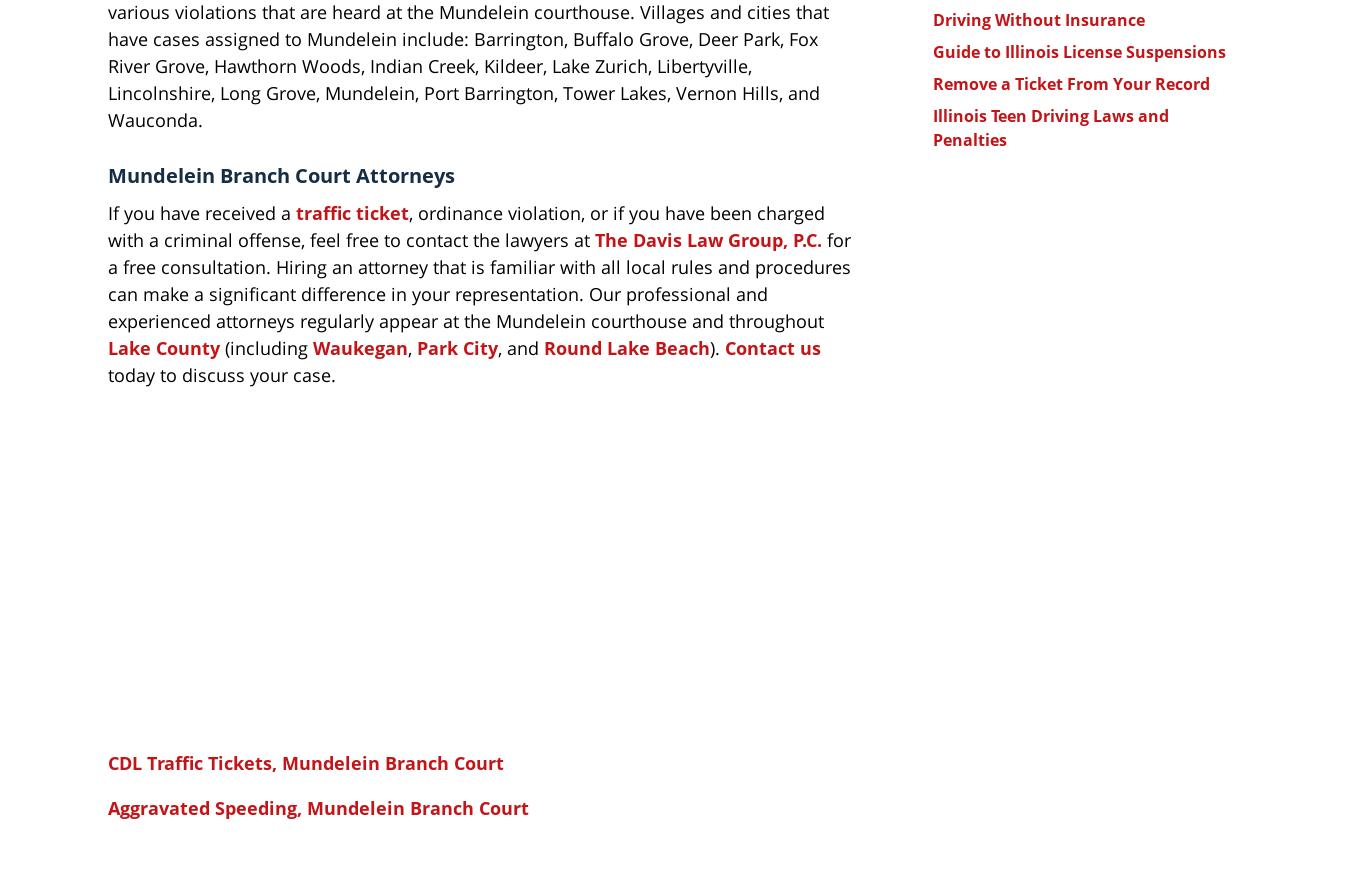 This screenshot has height=871, width=1366. Describe the element at coordinates (219, 346) in the screenshot. I see `'(including'` at that location.